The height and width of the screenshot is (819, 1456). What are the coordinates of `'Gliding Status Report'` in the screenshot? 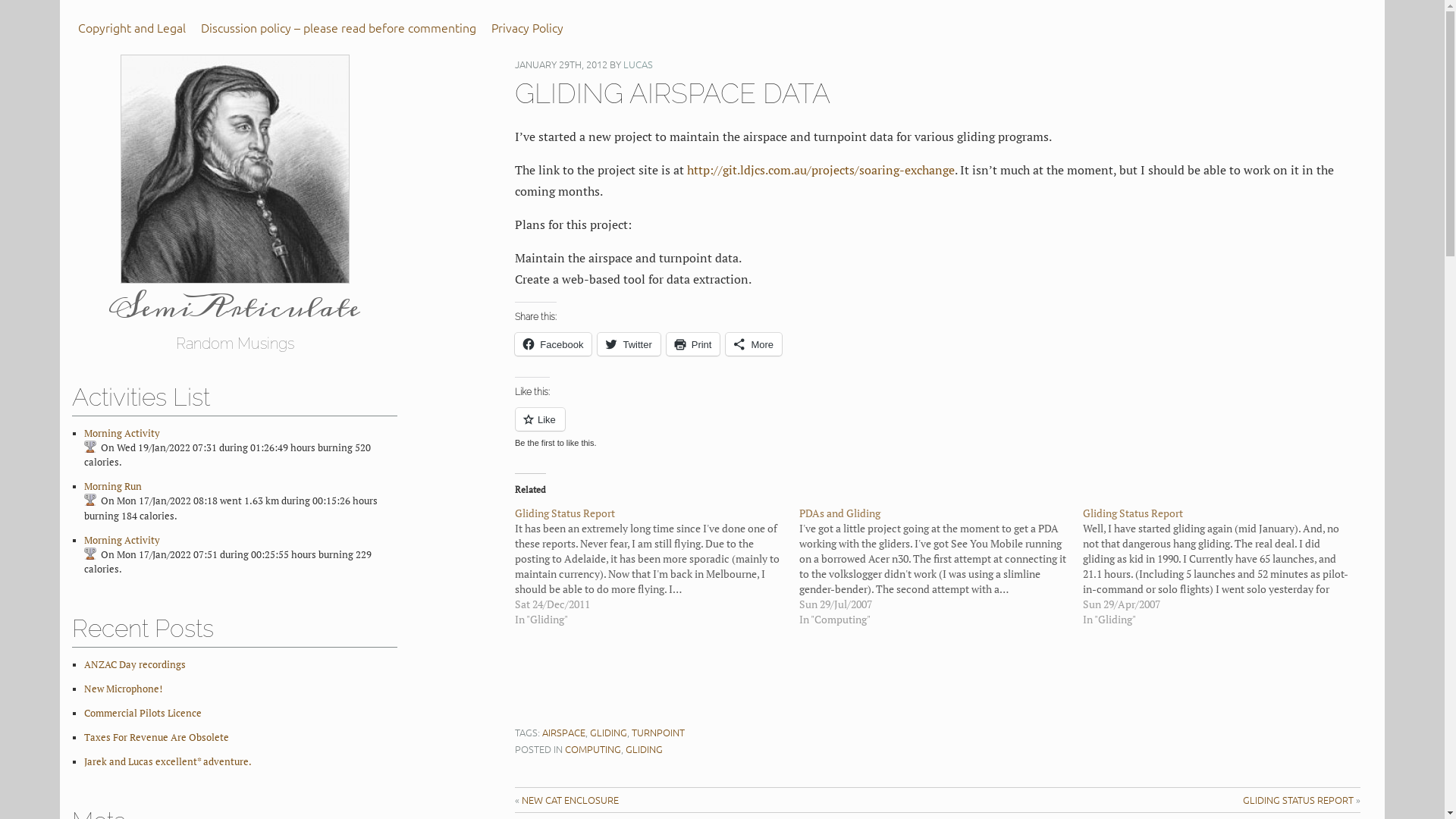 It's located at (1224, 566).